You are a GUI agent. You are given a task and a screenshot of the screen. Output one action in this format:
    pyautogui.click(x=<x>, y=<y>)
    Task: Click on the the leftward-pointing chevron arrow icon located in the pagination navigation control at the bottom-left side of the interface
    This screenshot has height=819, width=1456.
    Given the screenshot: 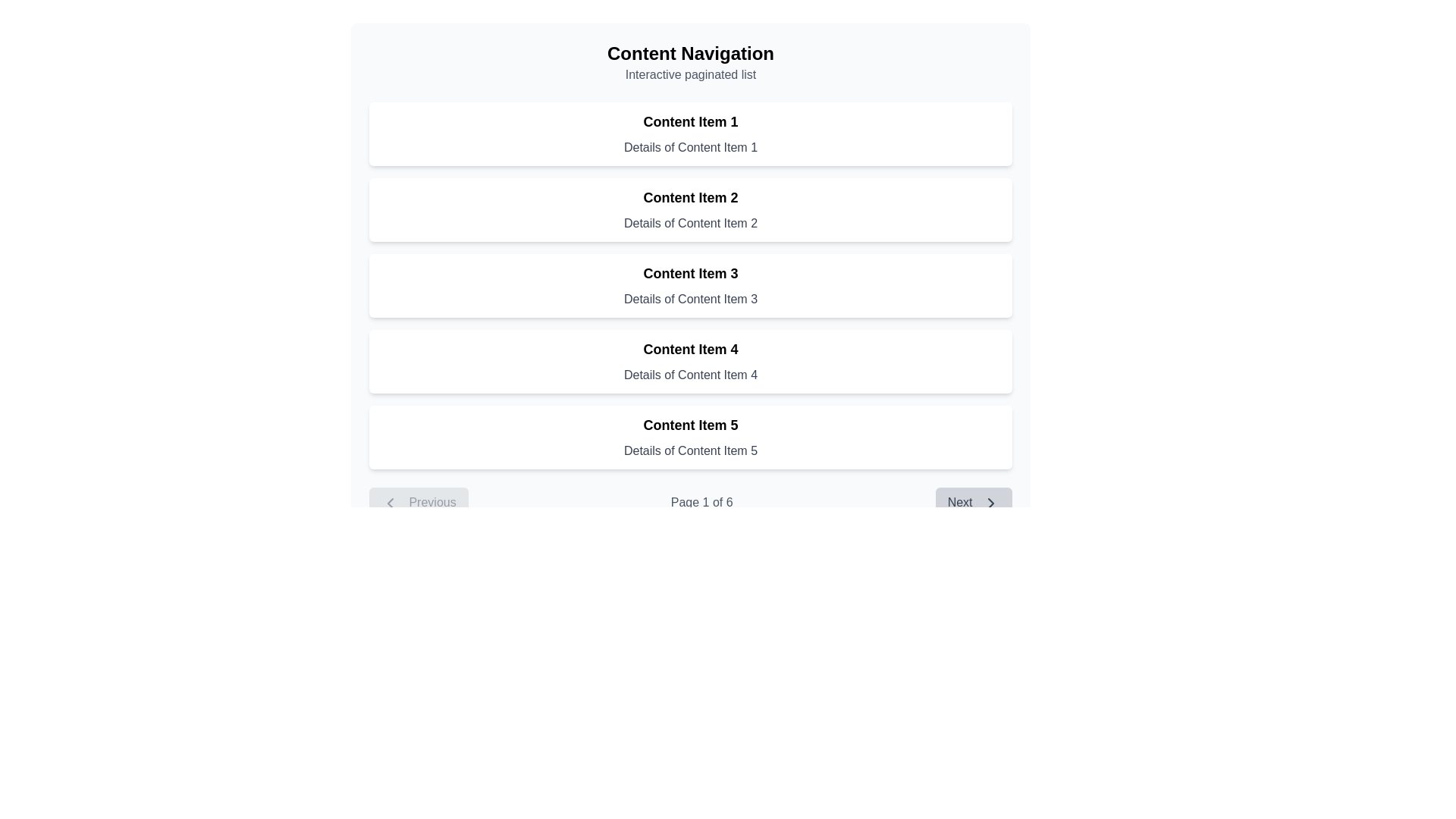 What is the action you would take?
    pyautogui.click(x=390, y=503)
    